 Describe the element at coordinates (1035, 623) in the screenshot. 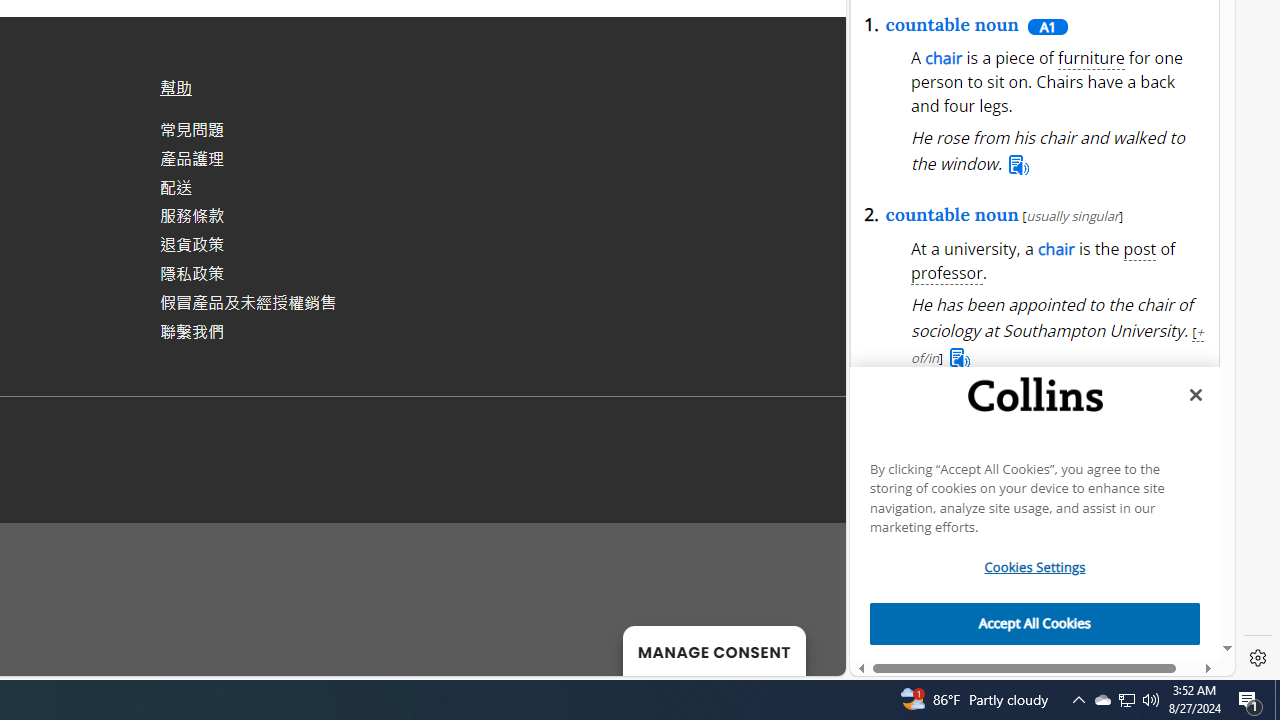

I see `'Accept All Cookies'` at that location.